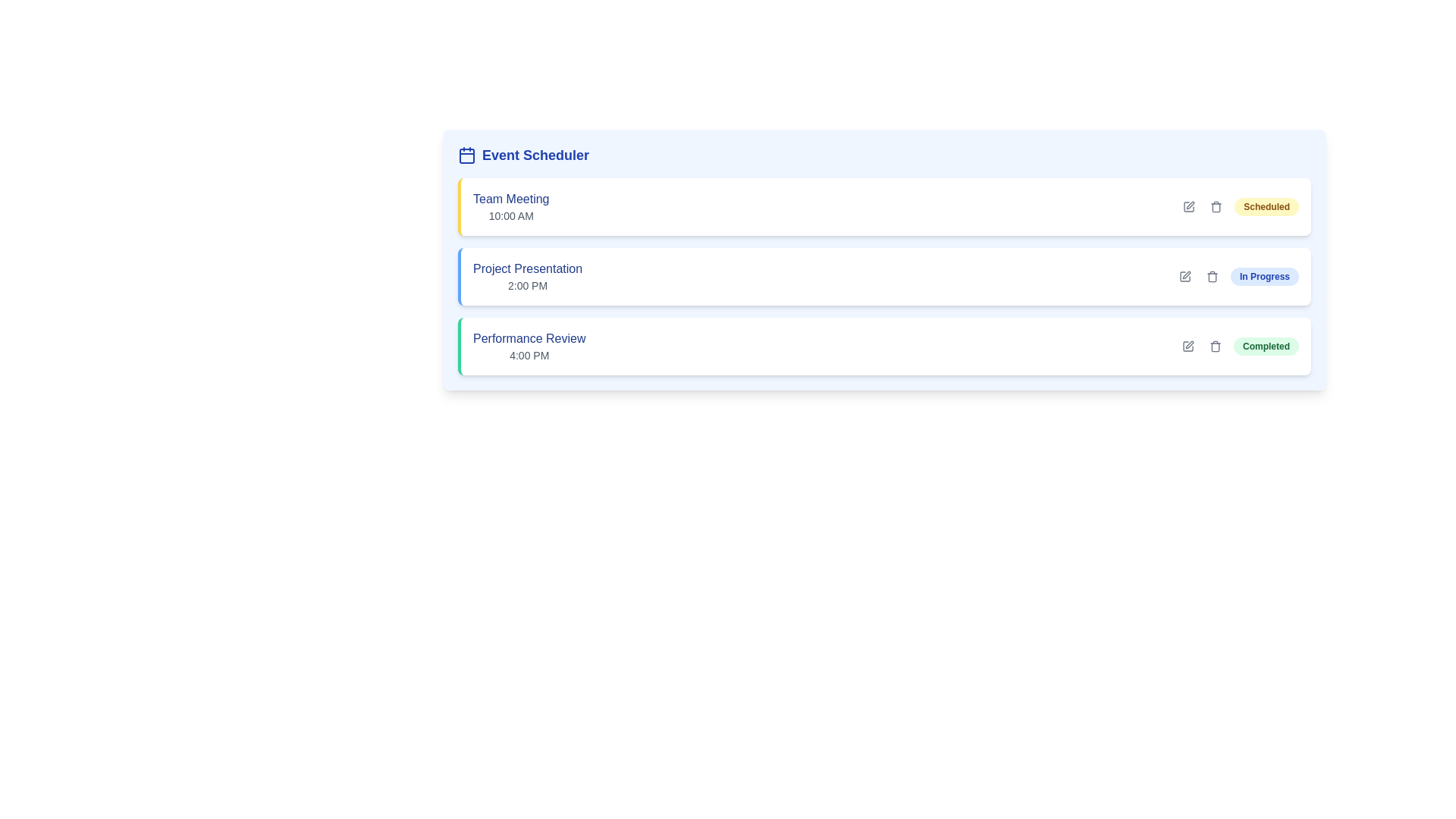 This screenshot has width=1456, height=819. What do you see at coordinates (1185, 275) in the screenshot?
I see `the small pen-shaped icon located in the right section of the project presentation row, adjacent to the 'In Progress' tag` at bounding box center [1185, 275].